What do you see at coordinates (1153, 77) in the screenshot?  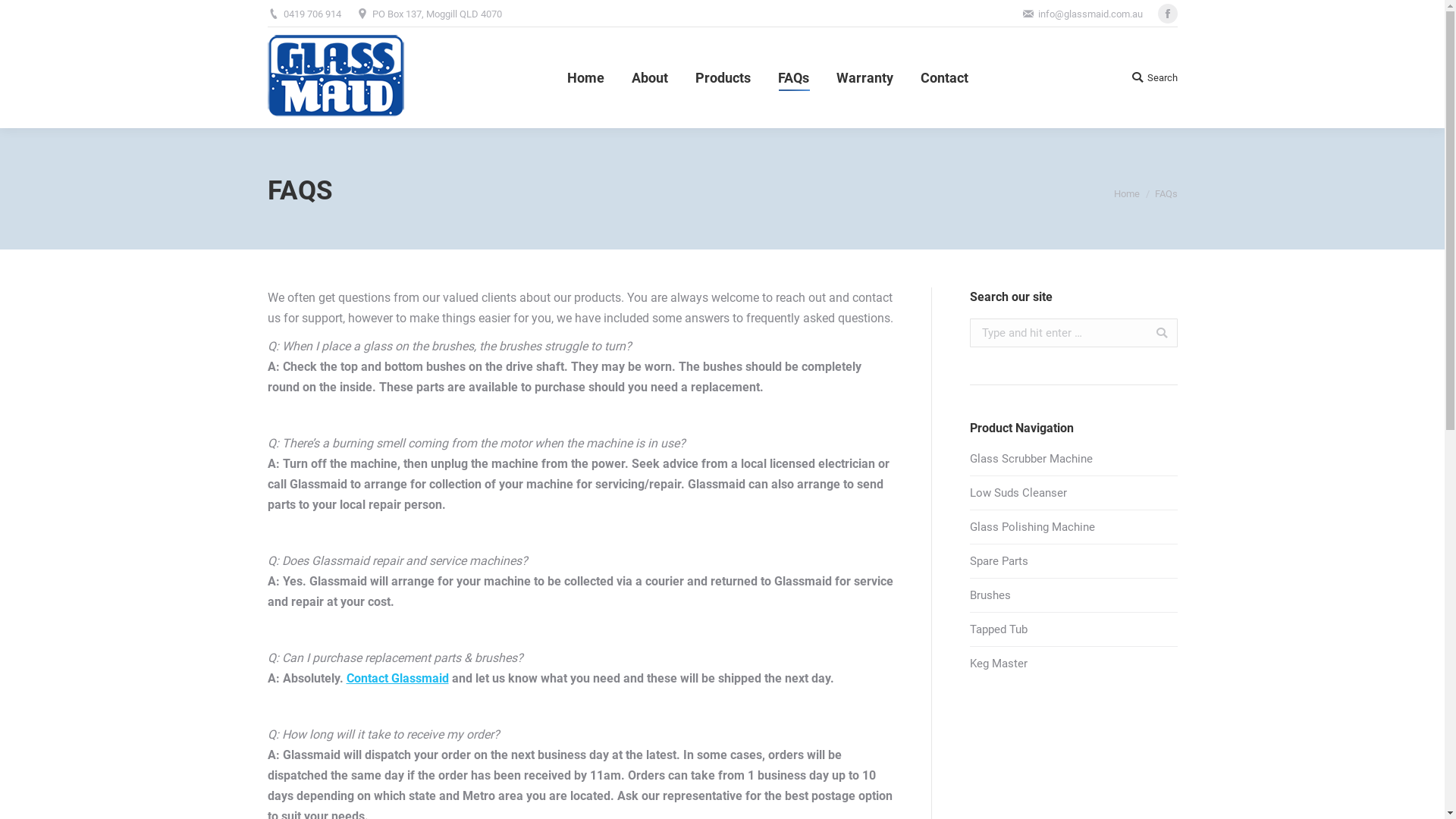 I see `'Search'` at bounding box center [1153, 77].